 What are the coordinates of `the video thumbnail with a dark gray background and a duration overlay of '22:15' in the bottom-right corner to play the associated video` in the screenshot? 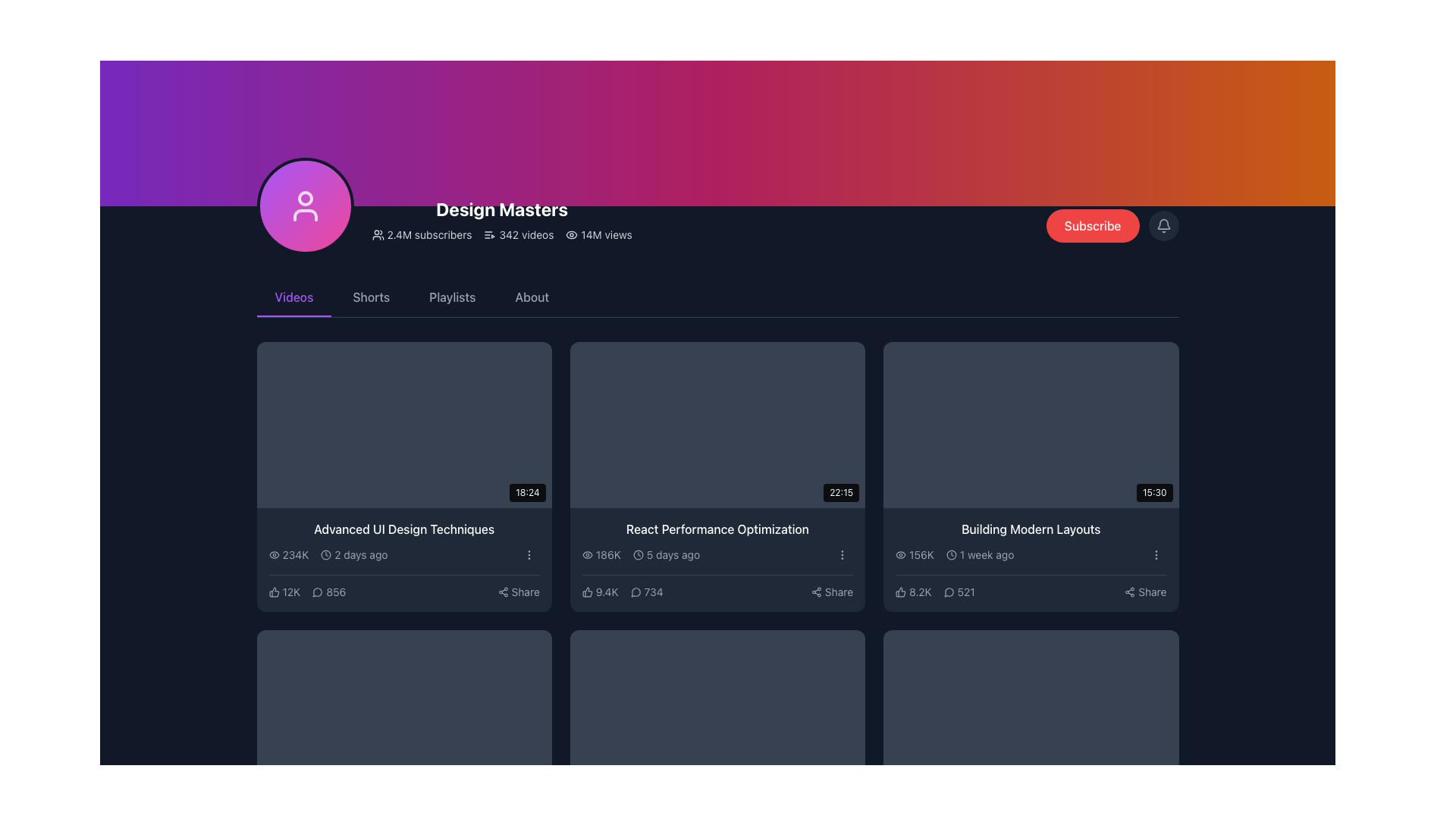 It's located at (717, 425).